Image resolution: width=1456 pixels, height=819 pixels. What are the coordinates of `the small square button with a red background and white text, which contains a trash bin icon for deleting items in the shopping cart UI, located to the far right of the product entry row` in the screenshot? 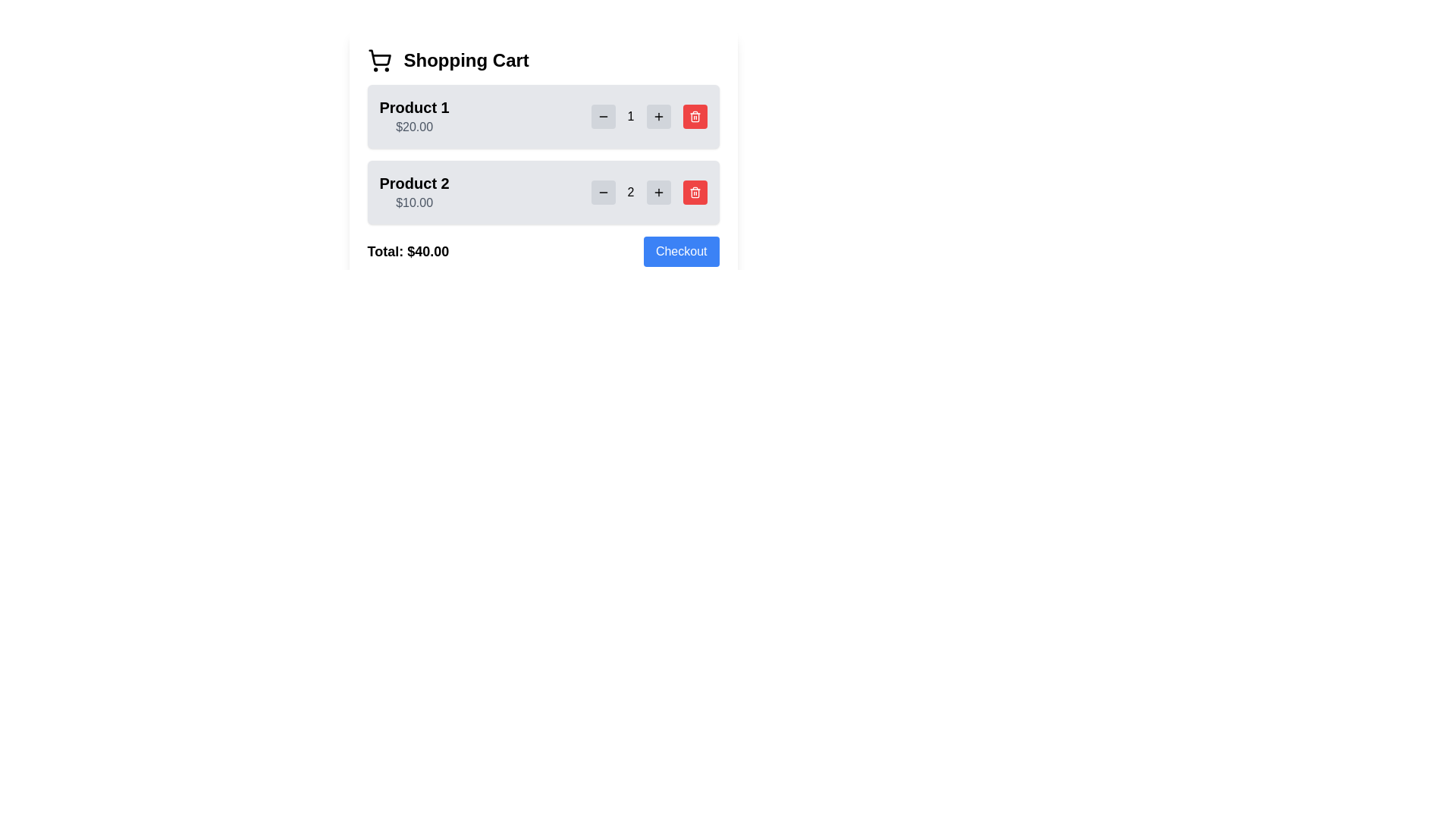 It's located at (694, 116).